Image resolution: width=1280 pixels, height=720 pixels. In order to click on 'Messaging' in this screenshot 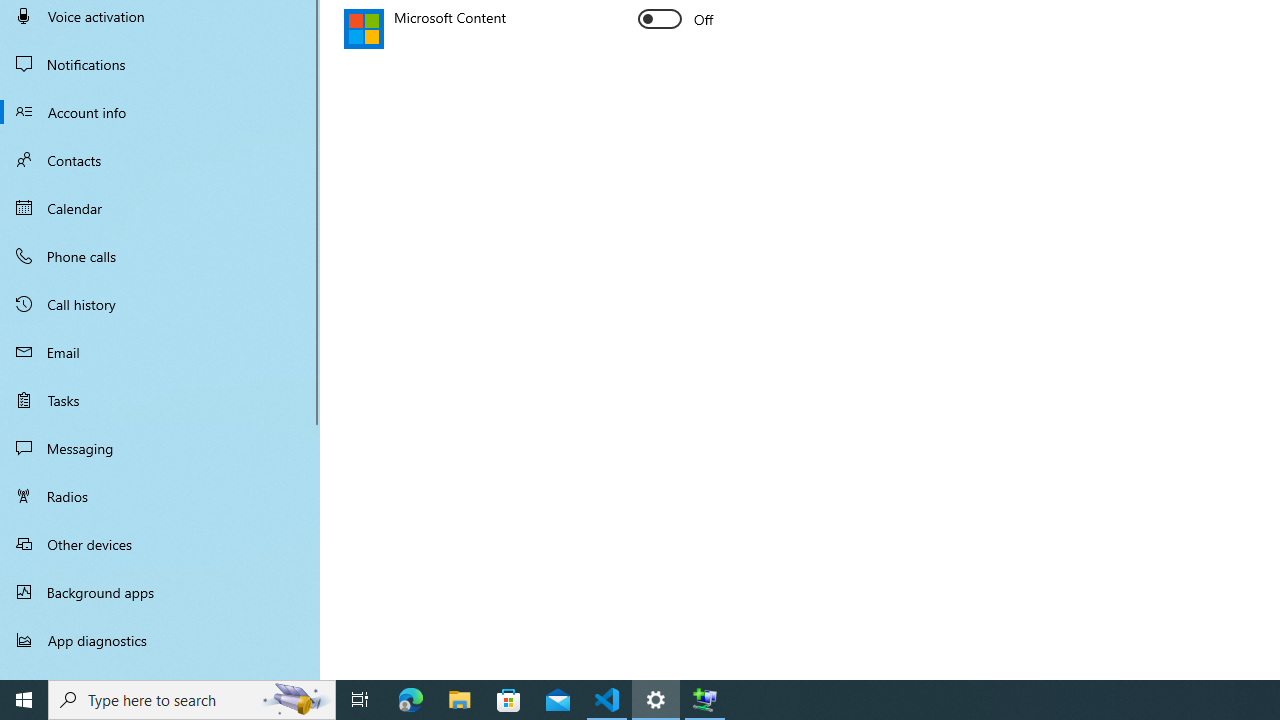, I will do `click(160, 447)`.